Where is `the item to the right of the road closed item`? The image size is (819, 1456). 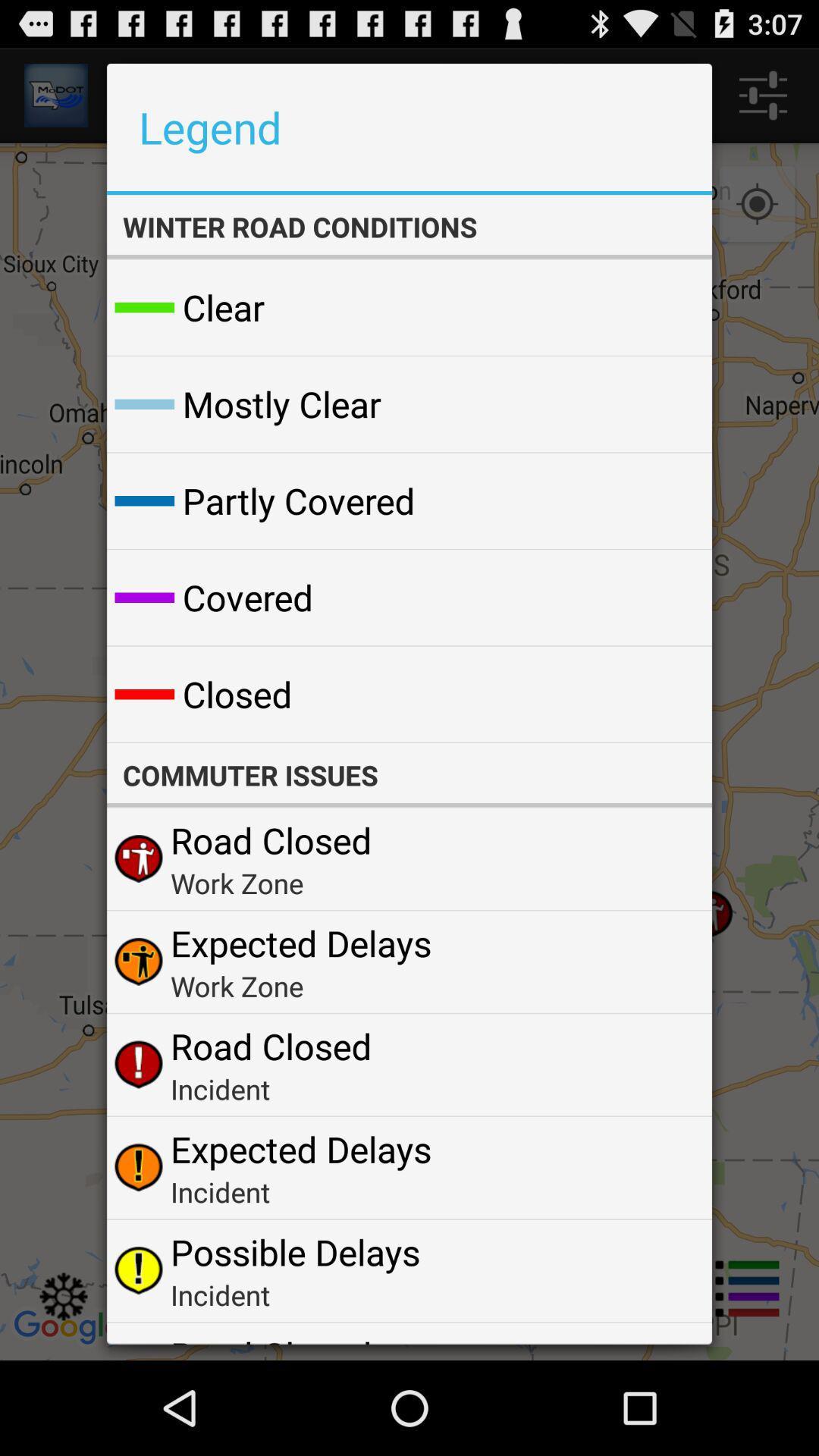
the item to the right of the road closed item is located at coordinates (663, 1338).